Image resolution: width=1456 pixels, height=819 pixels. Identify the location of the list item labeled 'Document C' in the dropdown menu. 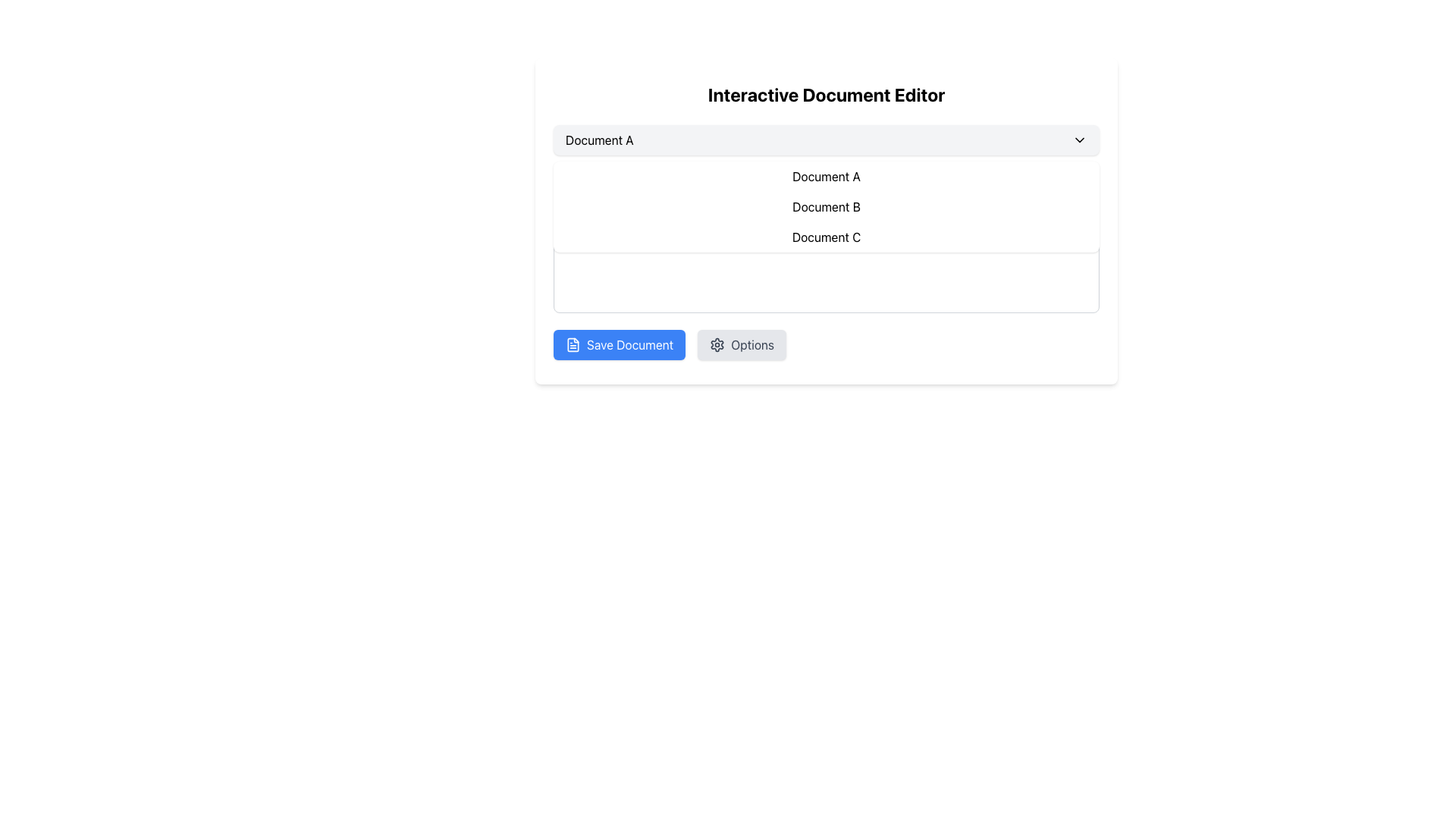
(825, 237).